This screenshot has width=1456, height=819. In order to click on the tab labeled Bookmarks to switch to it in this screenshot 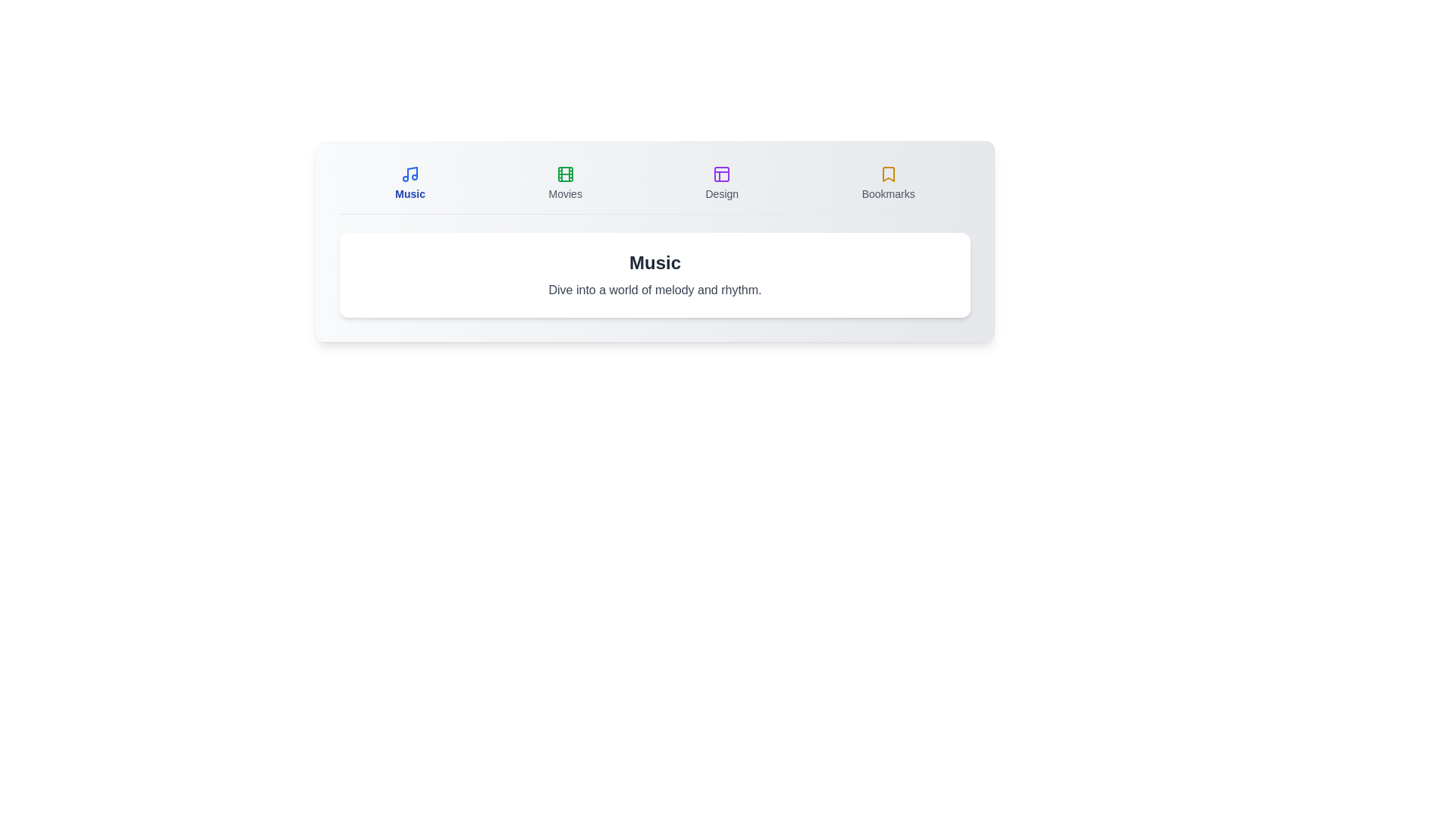, I will do `click(888, 183)`.